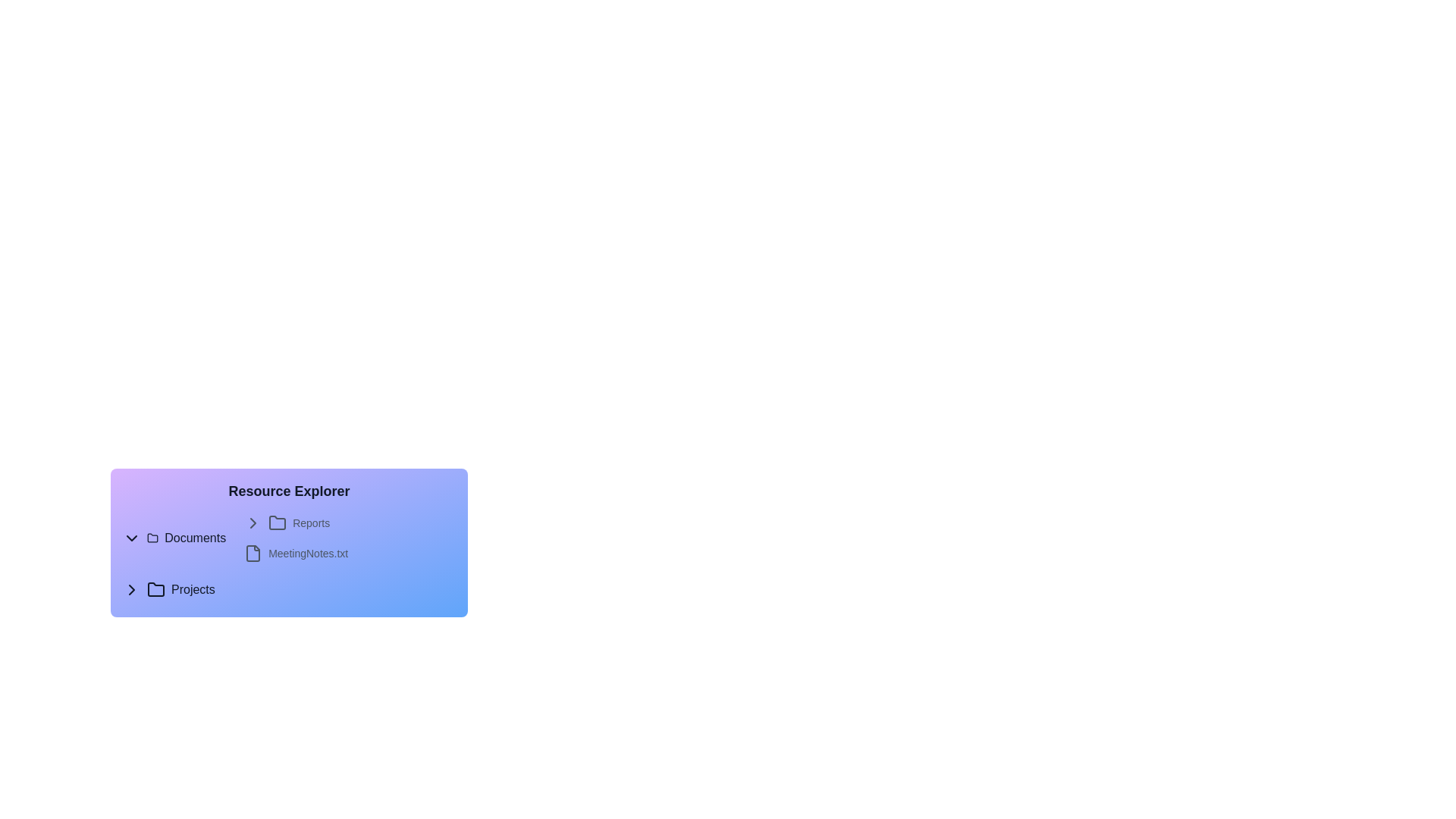  What do you see at coordinates (152, 537) in the screenshot?
I see `the small folder icon located to the left of the 'Documents' label in the hierarchical list` at bounding box center [152, 537].